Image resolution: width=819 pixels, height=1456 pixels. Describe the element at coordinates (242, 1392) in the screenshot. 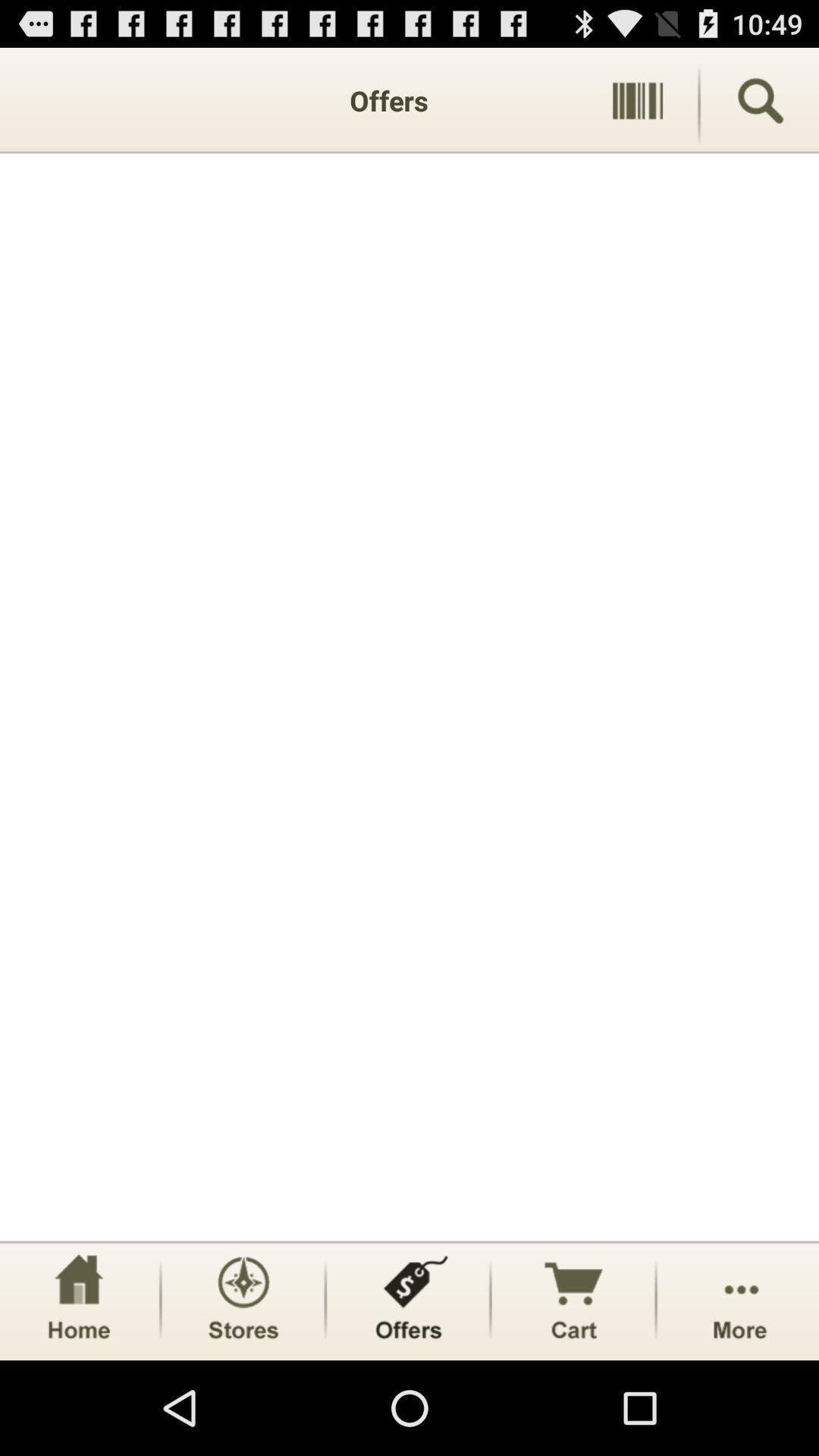

I see `the time icon` at that location.